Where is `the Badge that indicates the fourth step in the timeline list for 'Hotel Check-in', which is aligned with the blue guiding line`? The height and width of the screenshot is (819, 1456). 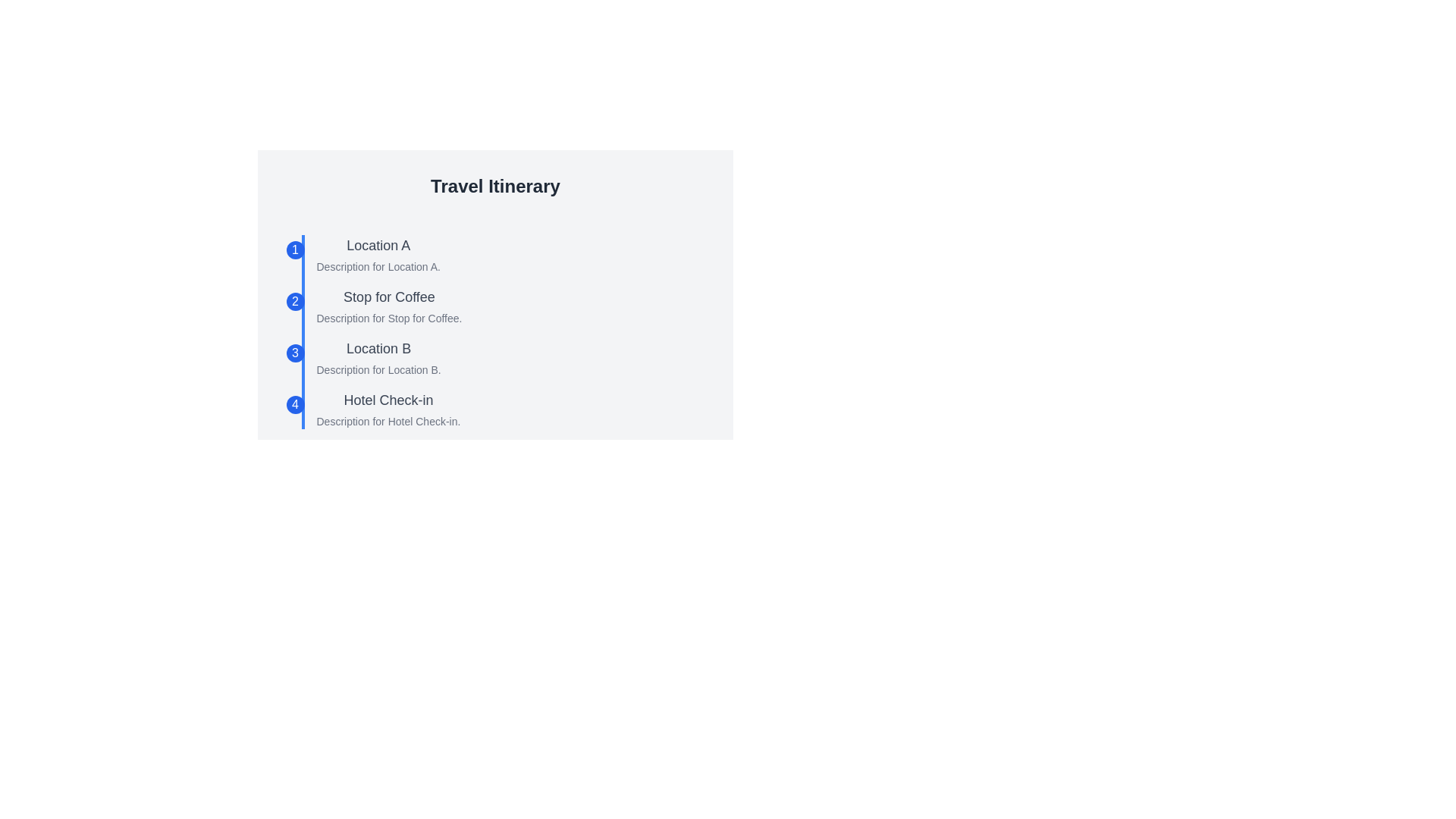 the Badge that indicates the fourth step in the timeline list for 'Hotel Check-in', which is aligned with the blue guiding line is located at coordinates (295, 403).